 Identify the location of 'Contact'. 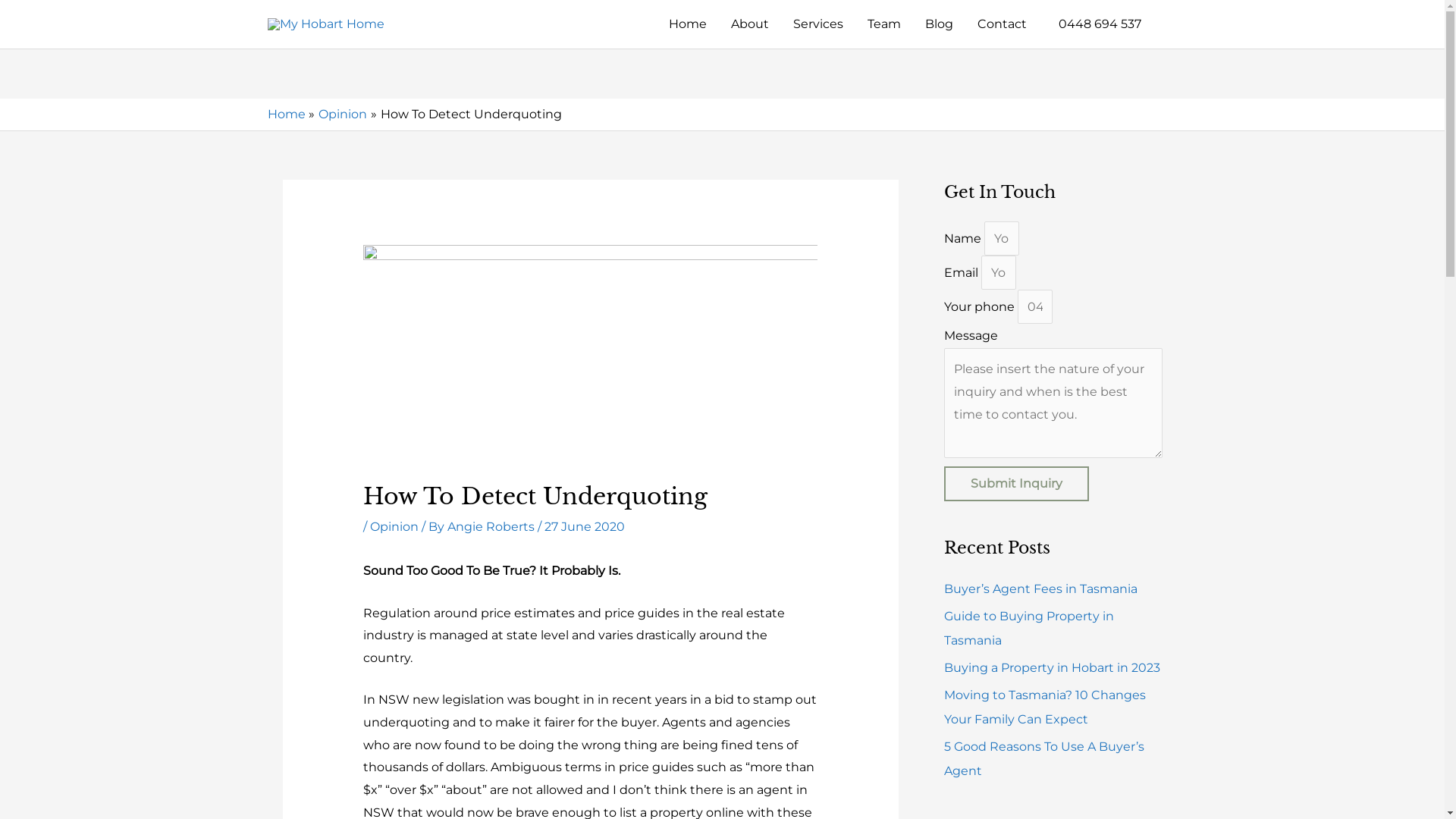
(1001, 24).